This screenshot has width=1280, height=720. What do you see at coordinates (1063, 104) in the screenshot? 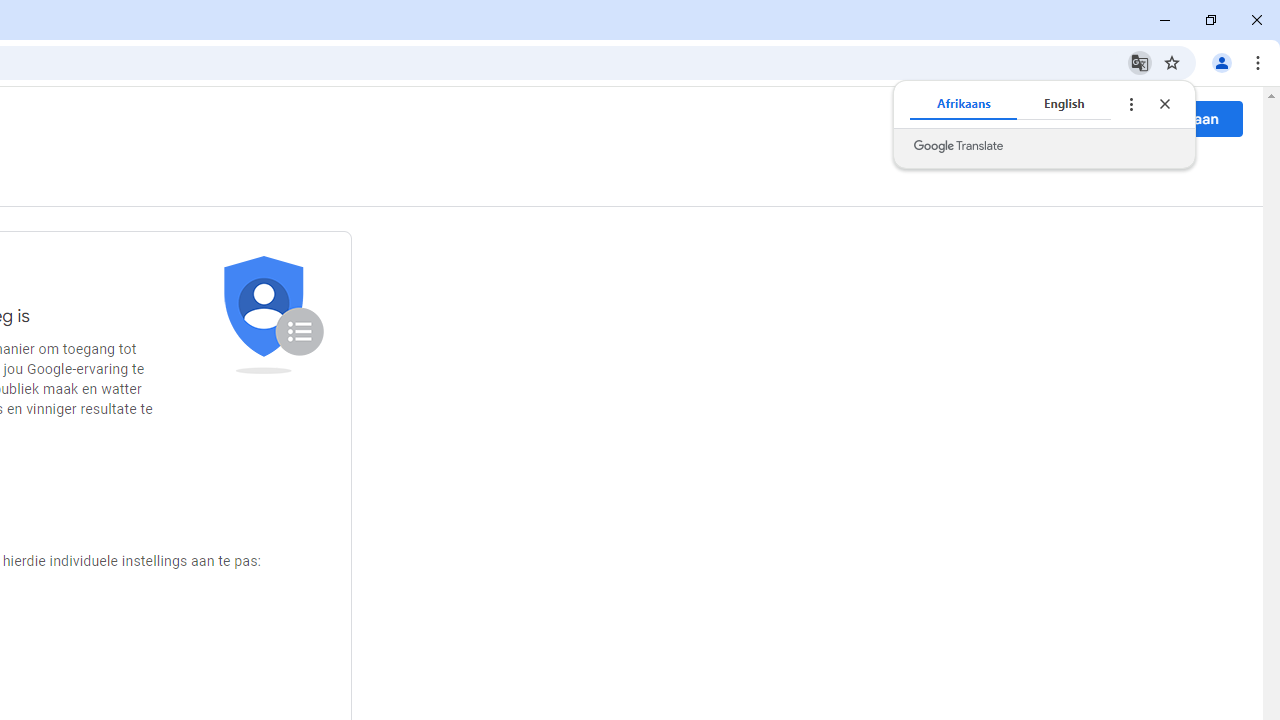
I see `'English'` at bounding box center [1063, 104].